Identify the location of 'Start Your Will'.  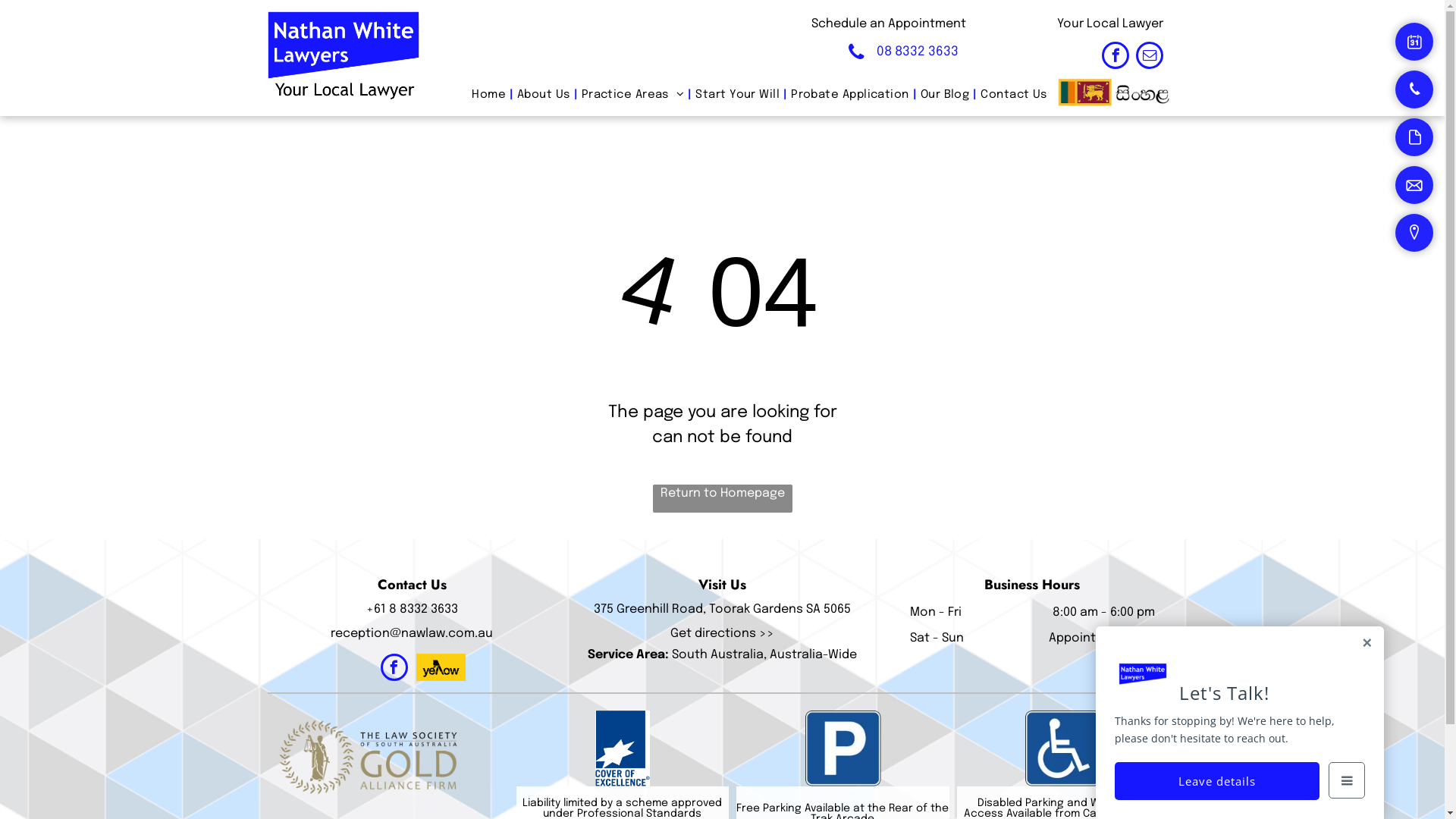
(737, 95).